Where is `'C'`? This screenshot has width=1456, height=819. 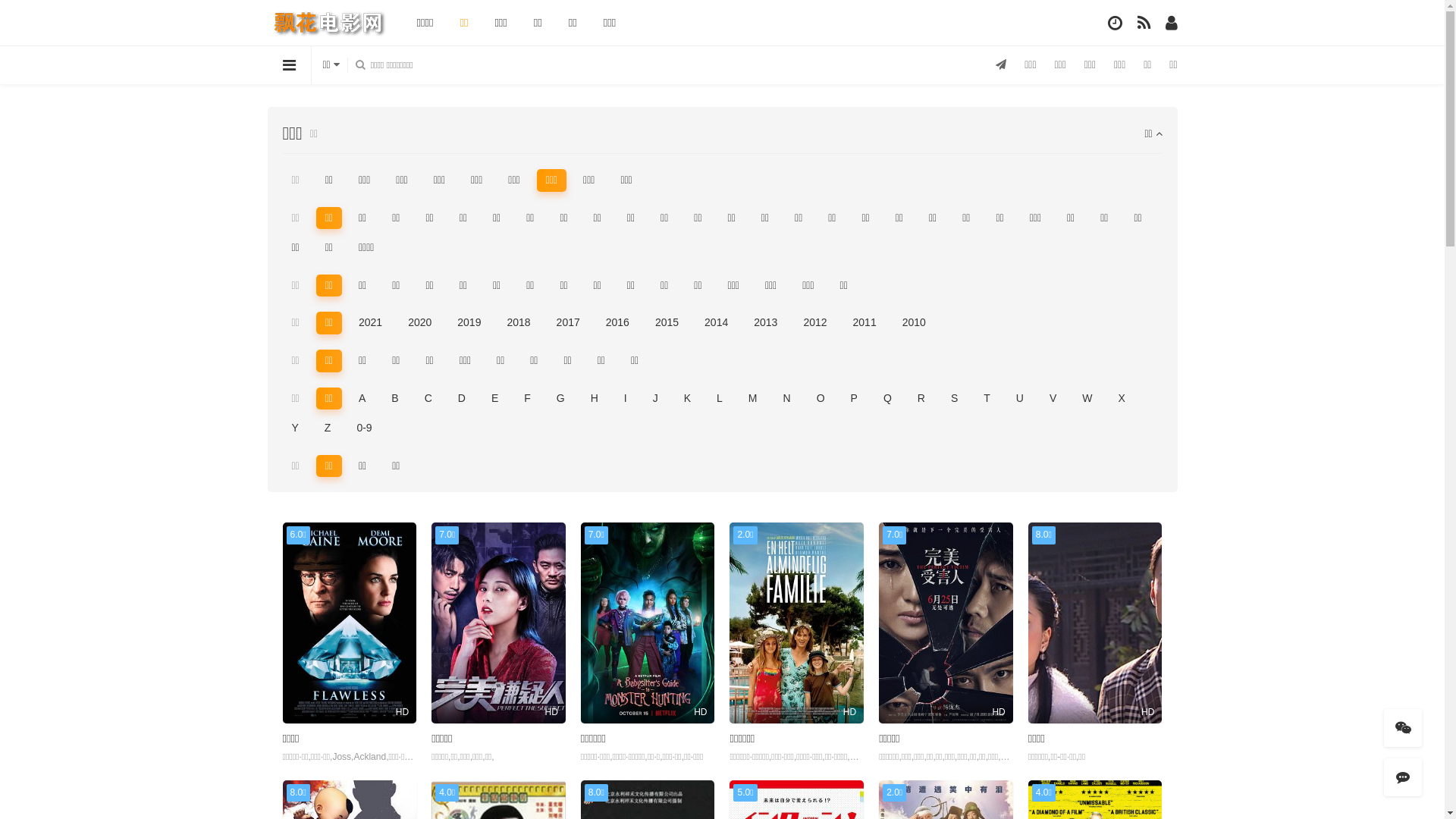 'C' is located at coordinates (428, 397).